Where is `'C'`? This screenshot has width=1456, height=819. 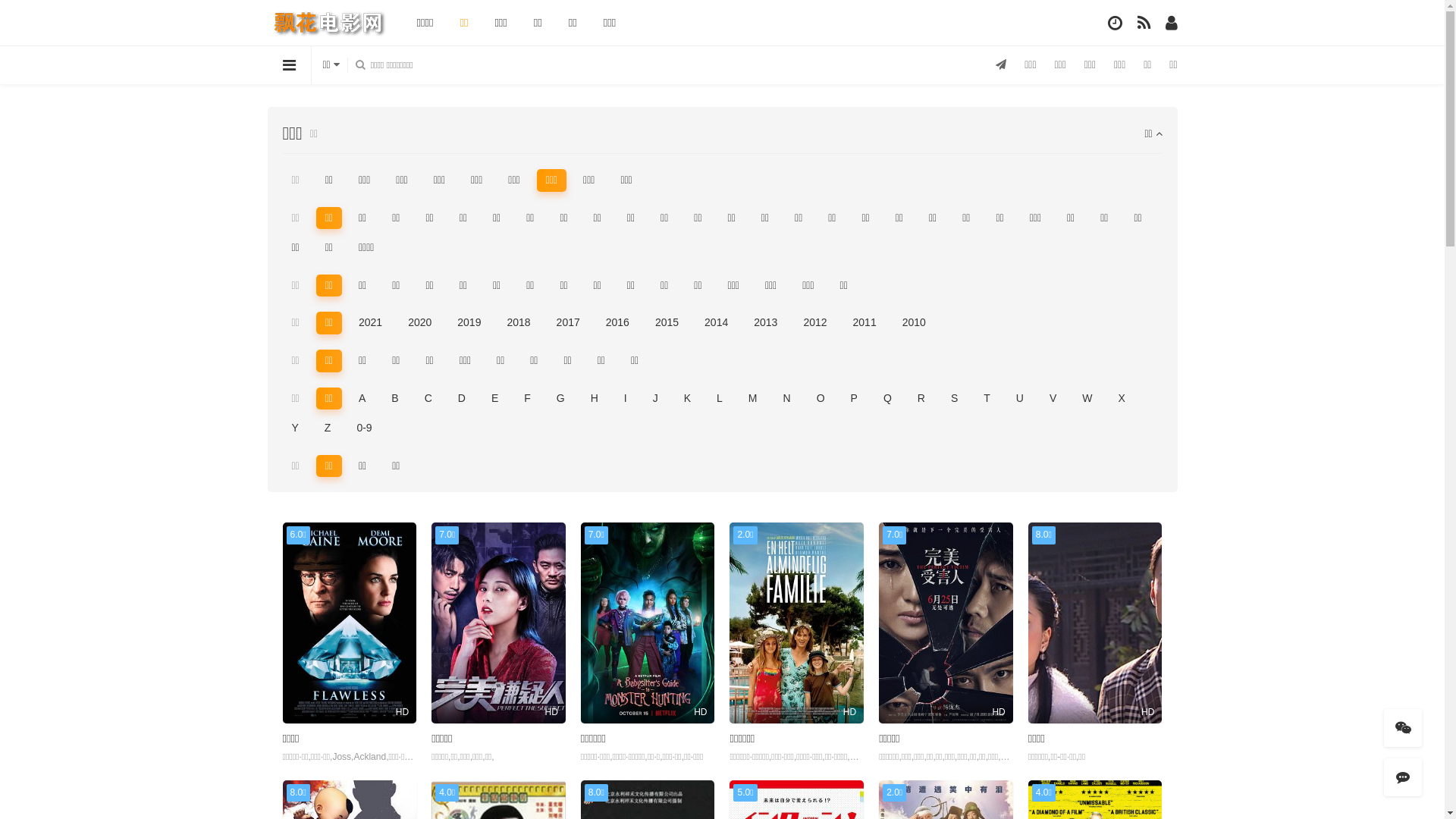 'C' is located at coordinates (428, 397).